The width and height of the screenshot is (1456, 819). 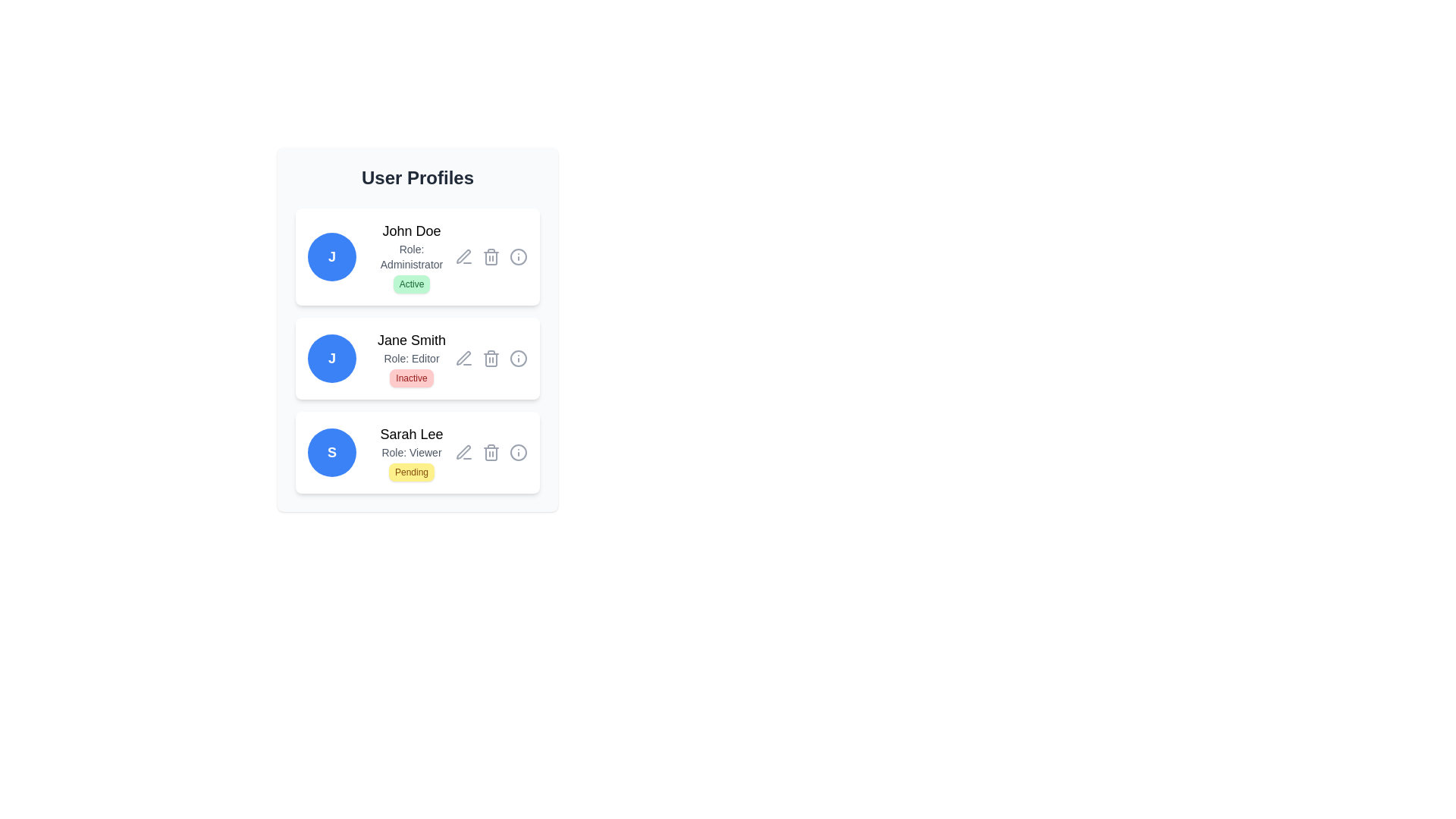 What do you see at coordinates (411, 452) in the screenshot?
I see `the static text element that indicates the user's role as 'Viewer', positioned beneath 'Sarah Lee' and above 'Pending'` at bounding box center [411, 452].